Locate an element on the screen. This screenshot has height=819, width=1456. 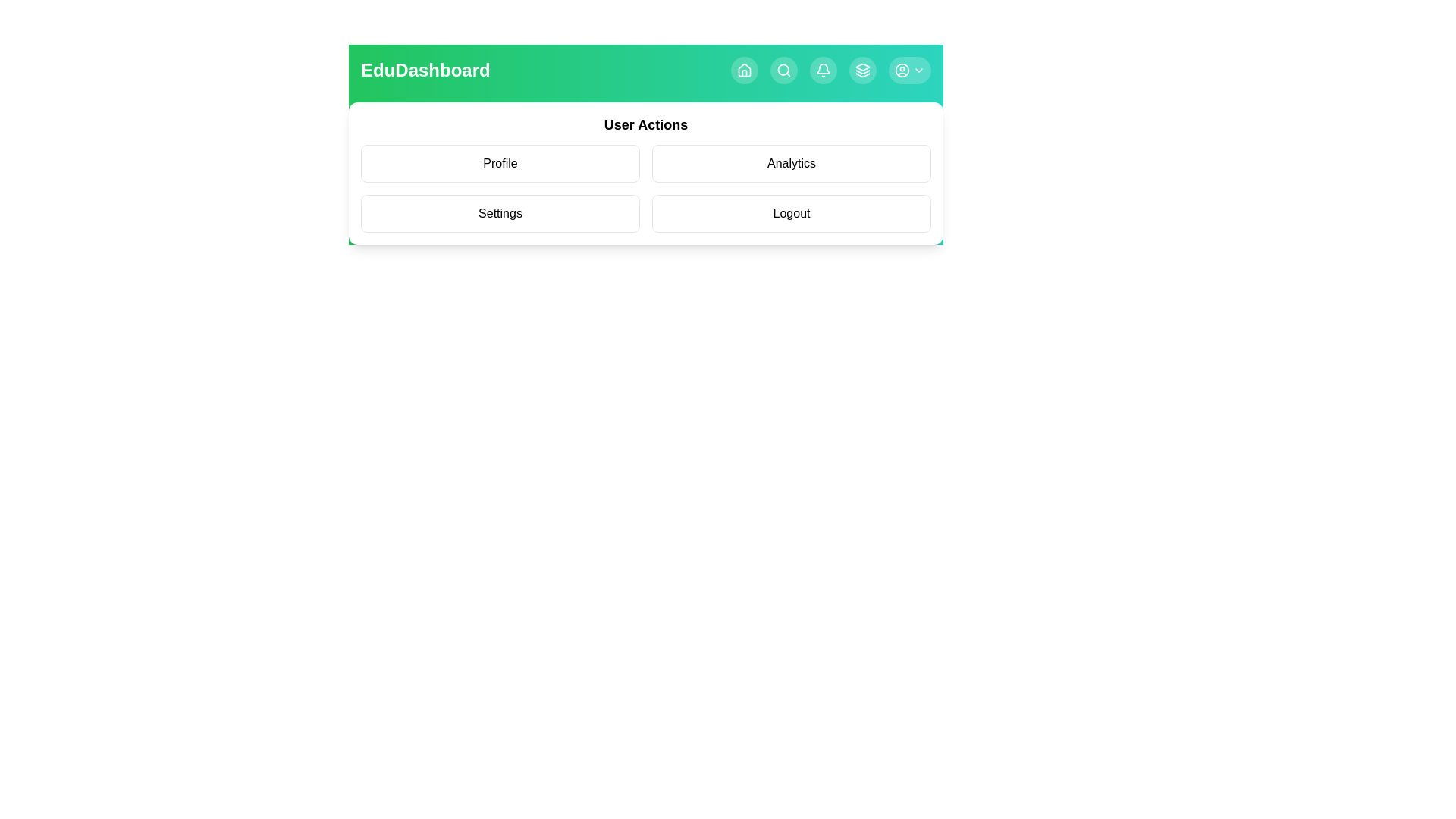
the navigation button Layers is located at coordinates (862, 70).